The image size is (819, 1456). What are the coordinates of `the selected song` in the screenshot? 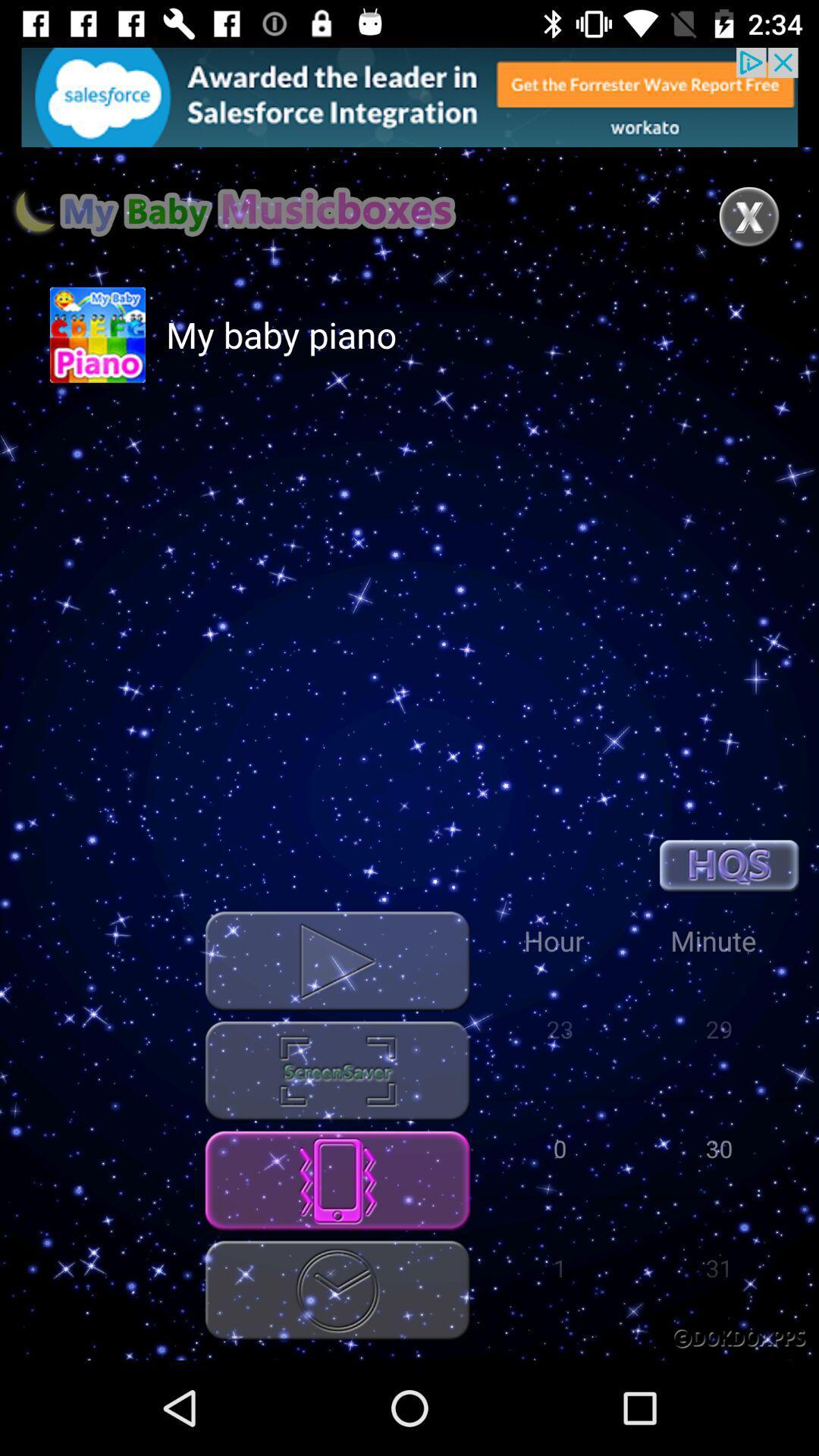 It's located at (337, 960).